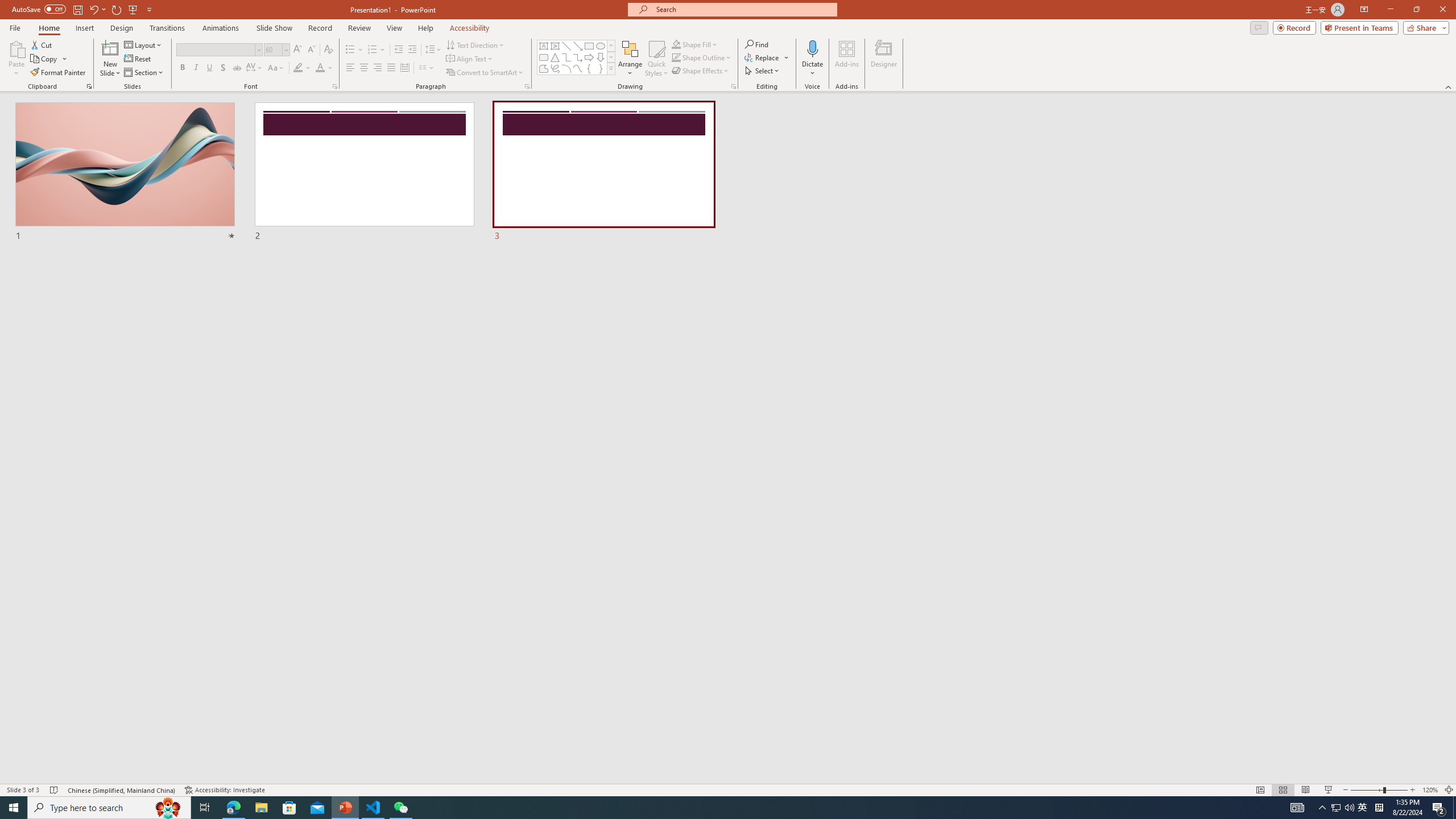 This screenshot has width=1456, height=819. What do you see at coordinates (143, 44) in the screenshot?
I see `'Layout'` at bounding box center [143, 44].